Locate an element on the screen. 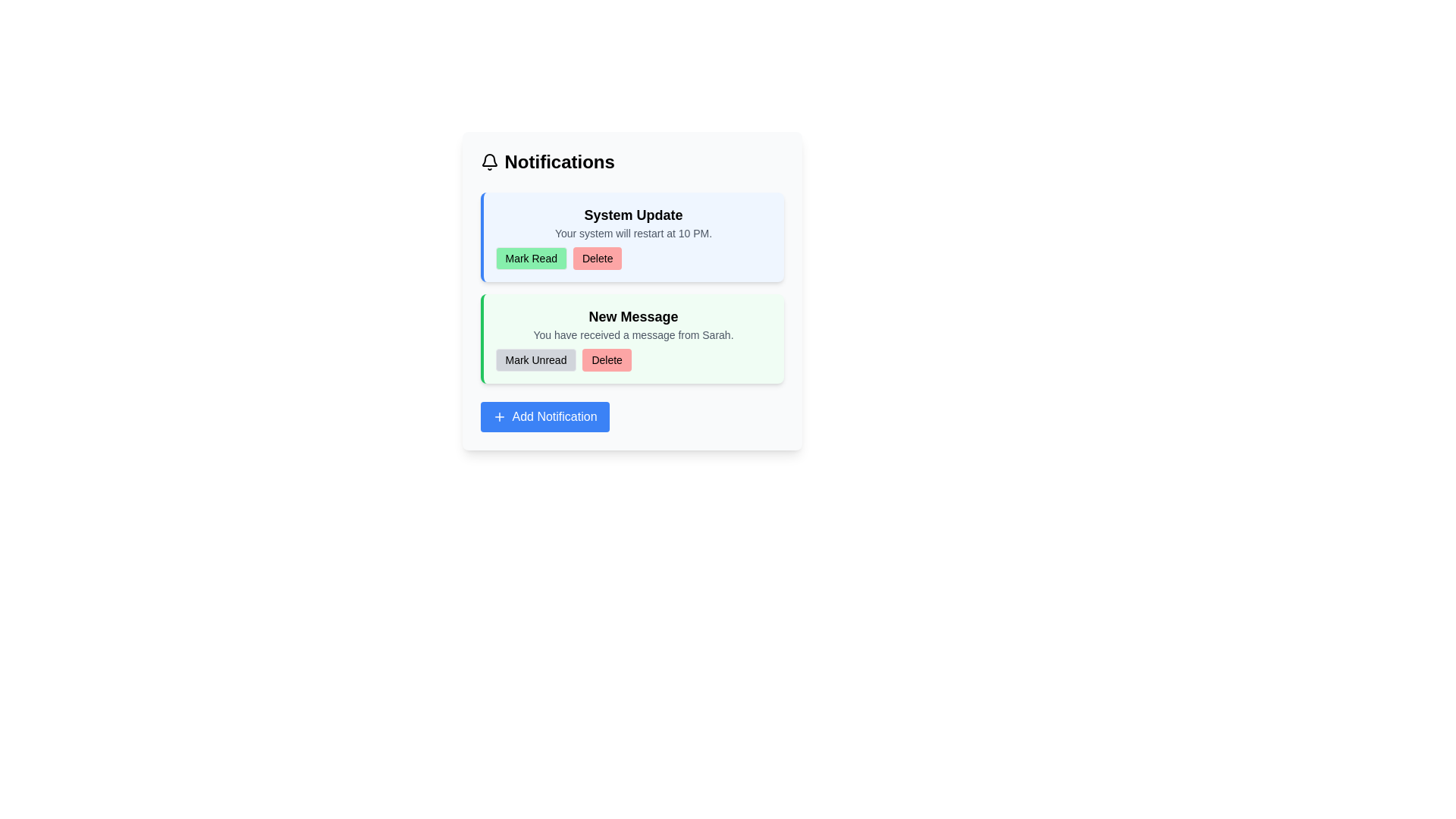  the 'Delete' button with a red background and bold black text is located at coordinates (597, 257).